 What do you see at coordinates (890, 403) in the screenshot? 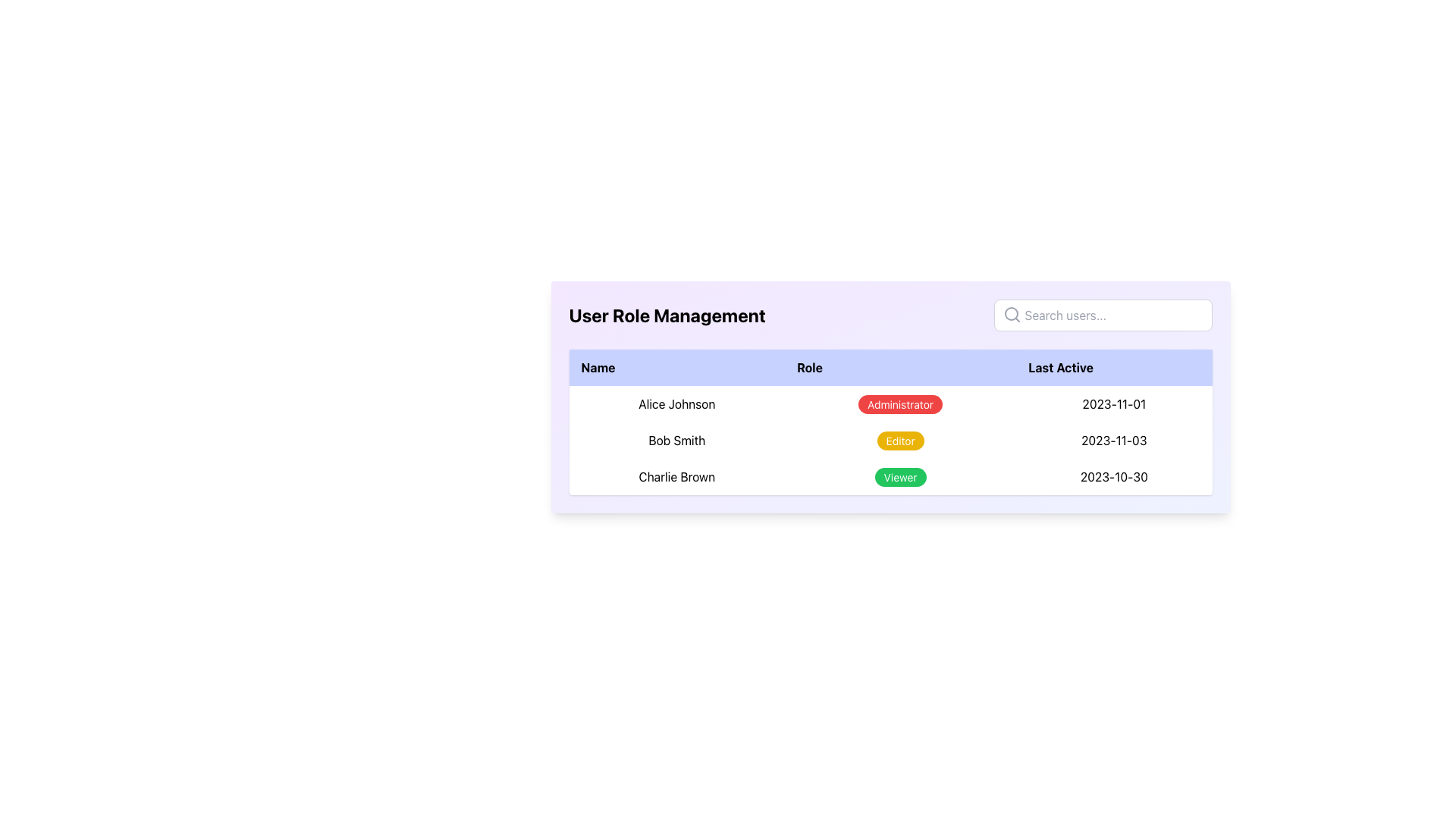
I see `the first Table Row that displays user information including name, role, and last activity date, located directly under the headers 'Name', 'Role', and 'Last Active'` at bounding box center [890, 403].